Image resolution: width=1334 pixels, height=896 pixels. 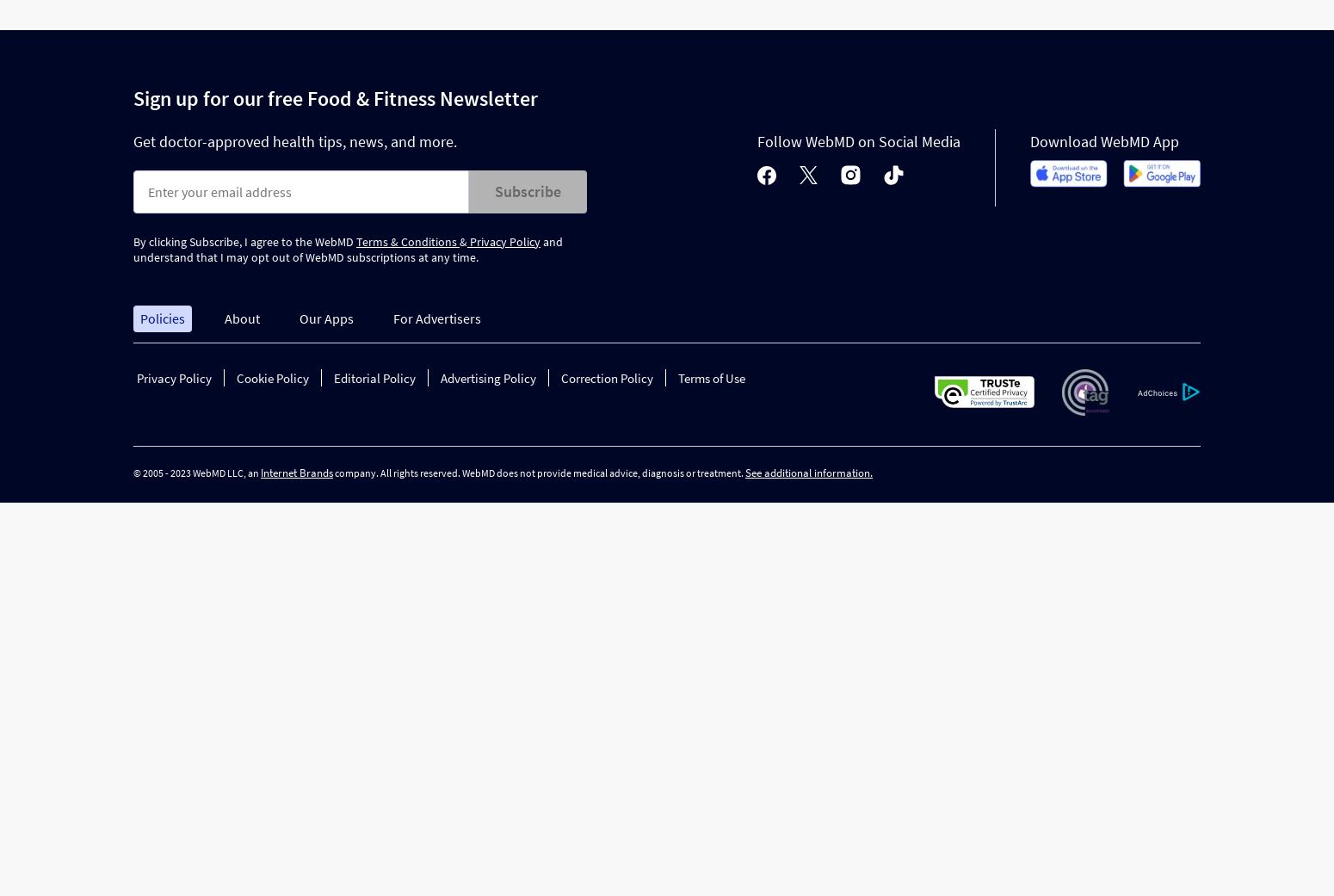 What do you see at coordinates (294, 140) in the screenshot?
I see `'Get doctor-approved health tips, news, and more.'` at bounding box center [294, 140].